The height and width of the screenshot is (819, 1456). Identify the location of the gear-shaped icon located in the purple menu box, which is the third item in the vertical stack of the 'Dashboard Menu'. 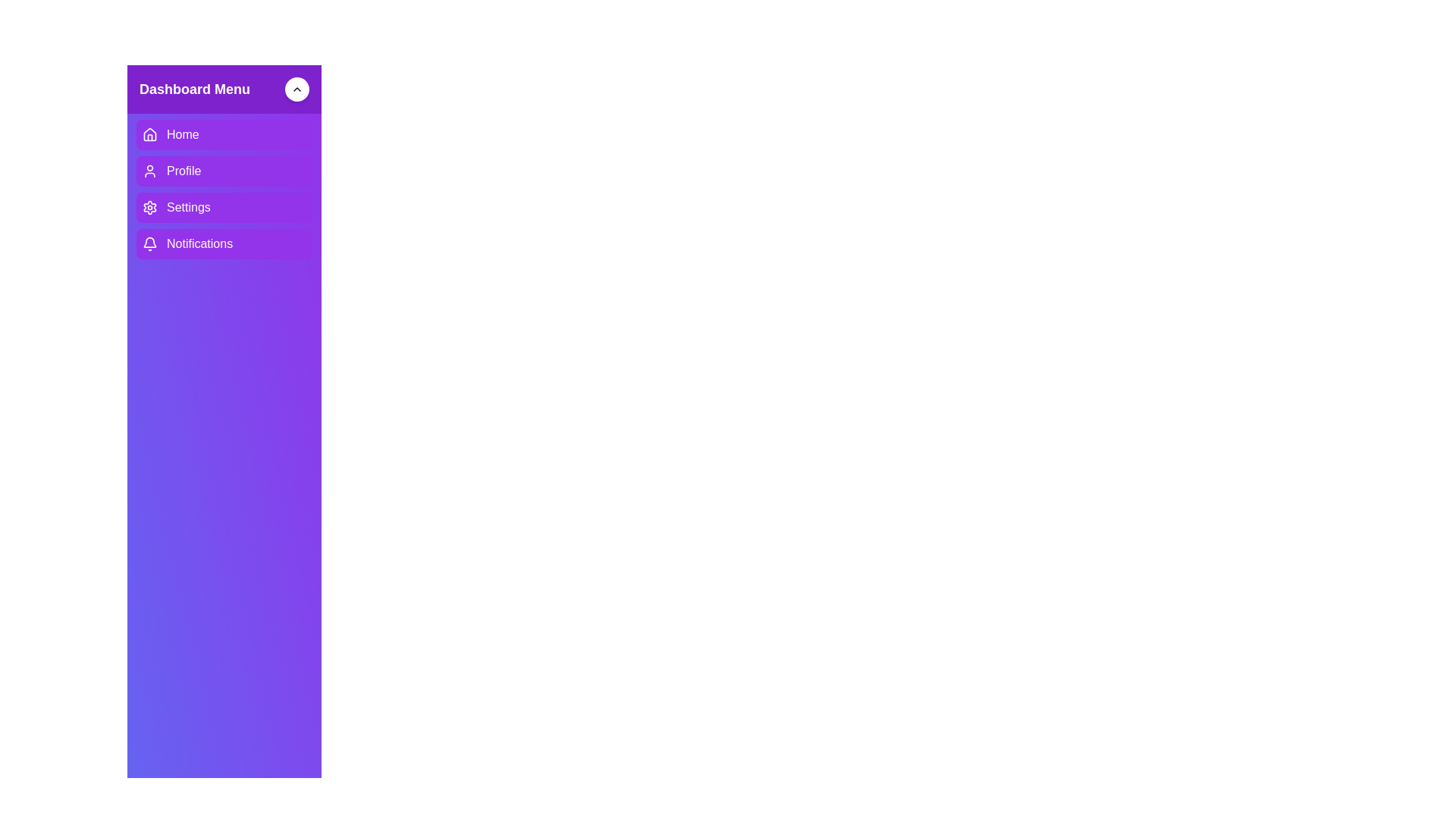
(149, 207).